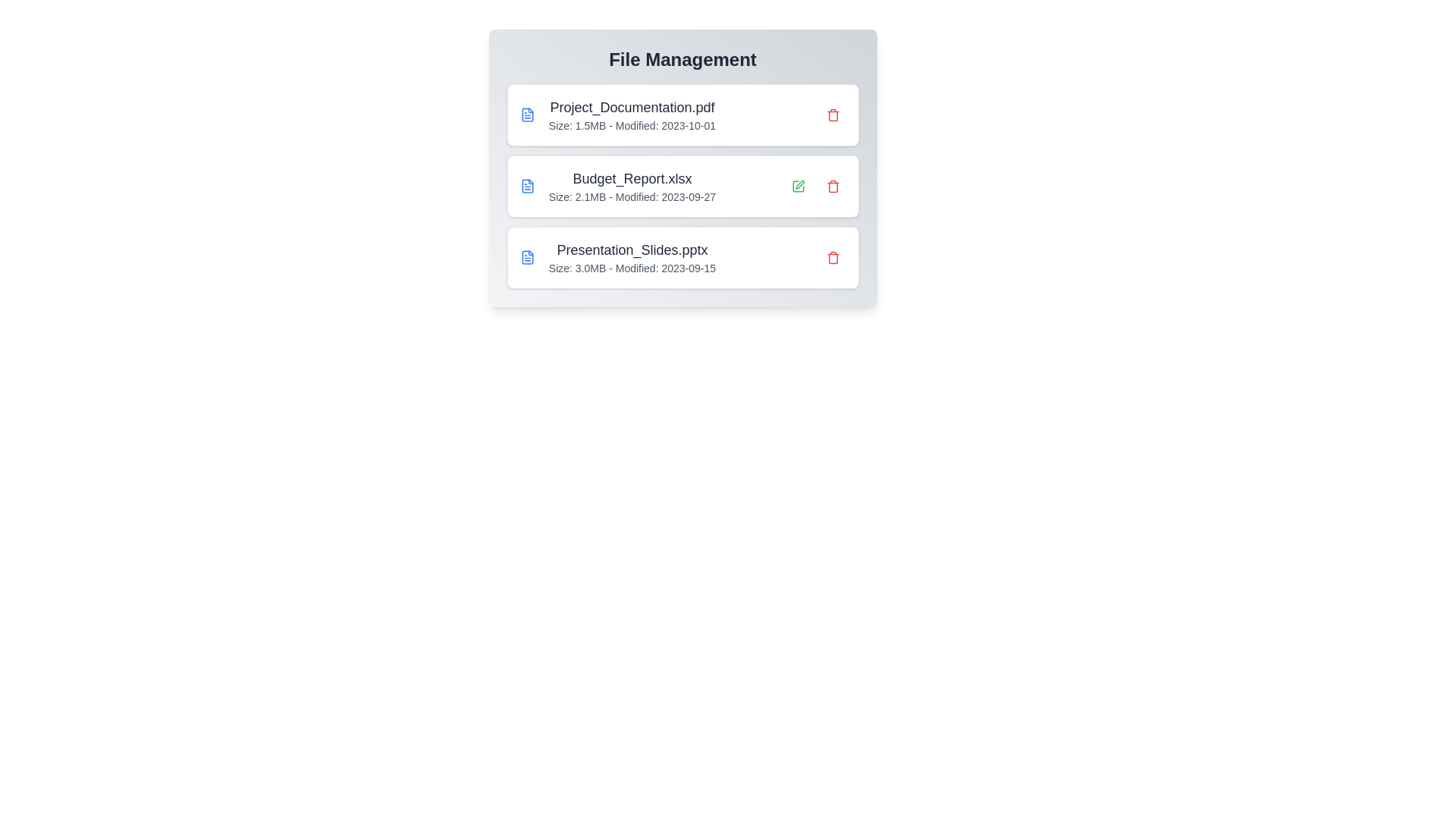 The width and height of the screenshot is (1456, 819). What do you see at coordinates (832, 186) in the screenshot?
I see `the file Budget_Report.xlsx by clicking the delete button next to it` at bounding box center [832, 186].